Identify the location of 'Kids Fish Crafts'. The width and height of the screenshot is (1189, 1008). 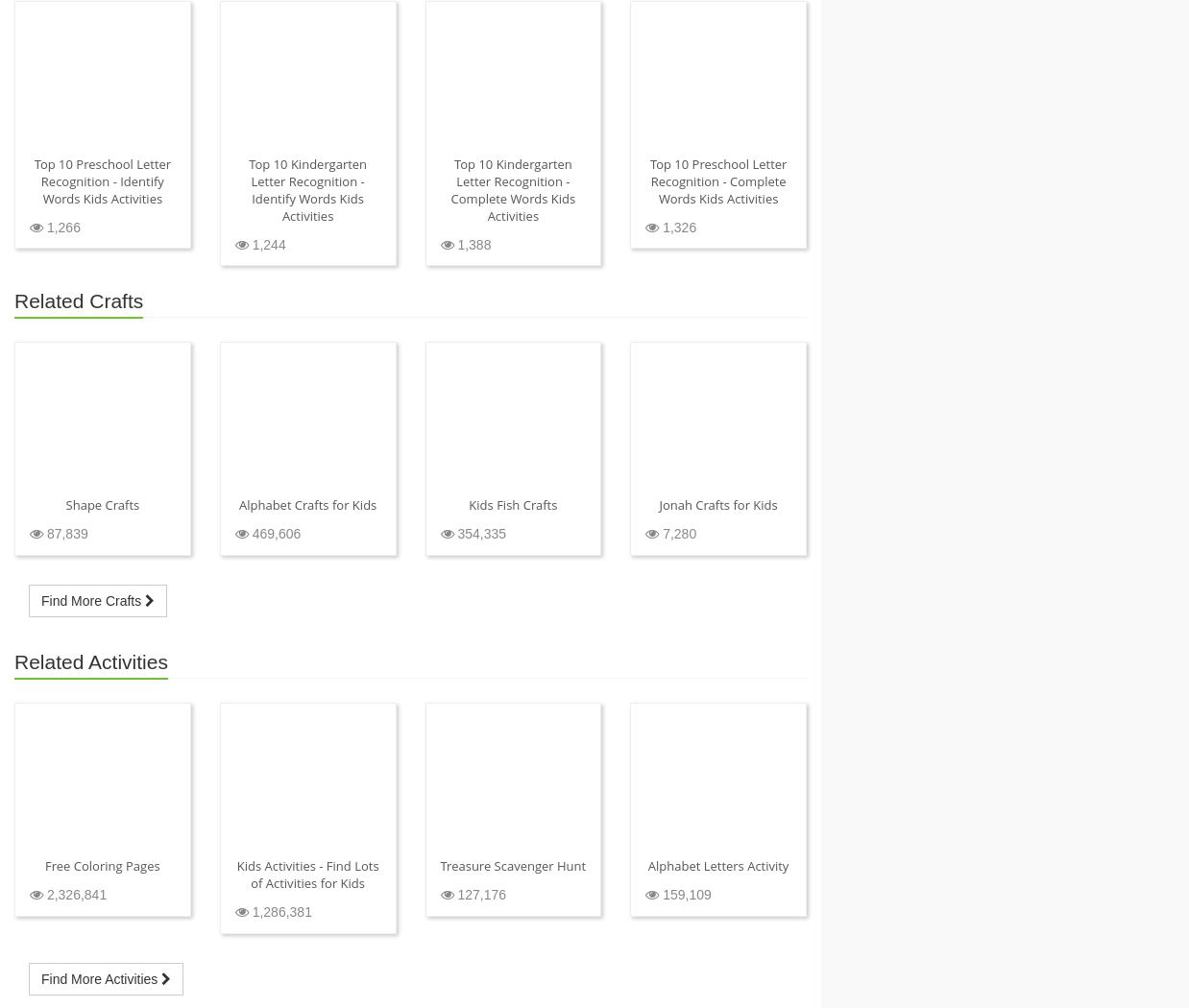
(512, 505).